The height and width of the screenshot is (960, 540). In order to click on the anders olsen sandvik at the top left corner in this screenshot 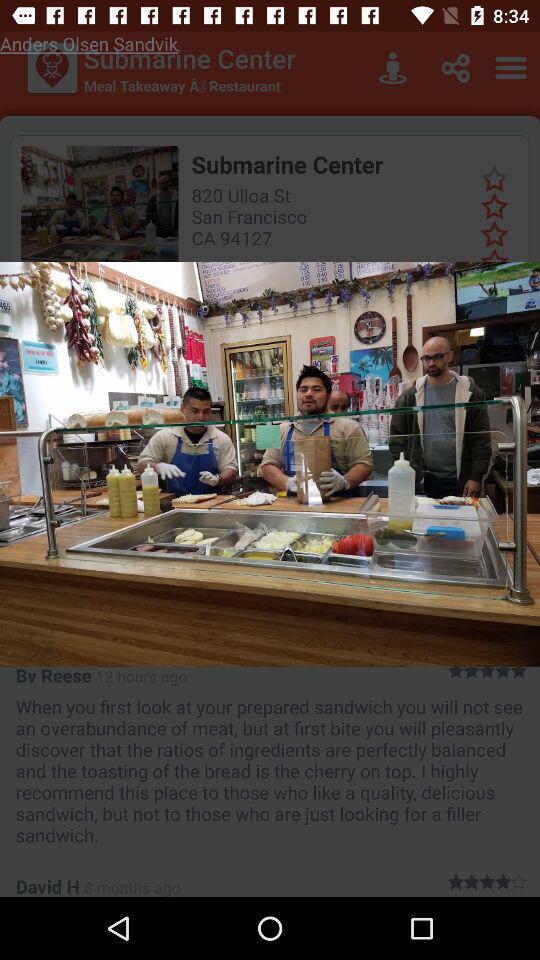, I will do `click(88, 42)`.